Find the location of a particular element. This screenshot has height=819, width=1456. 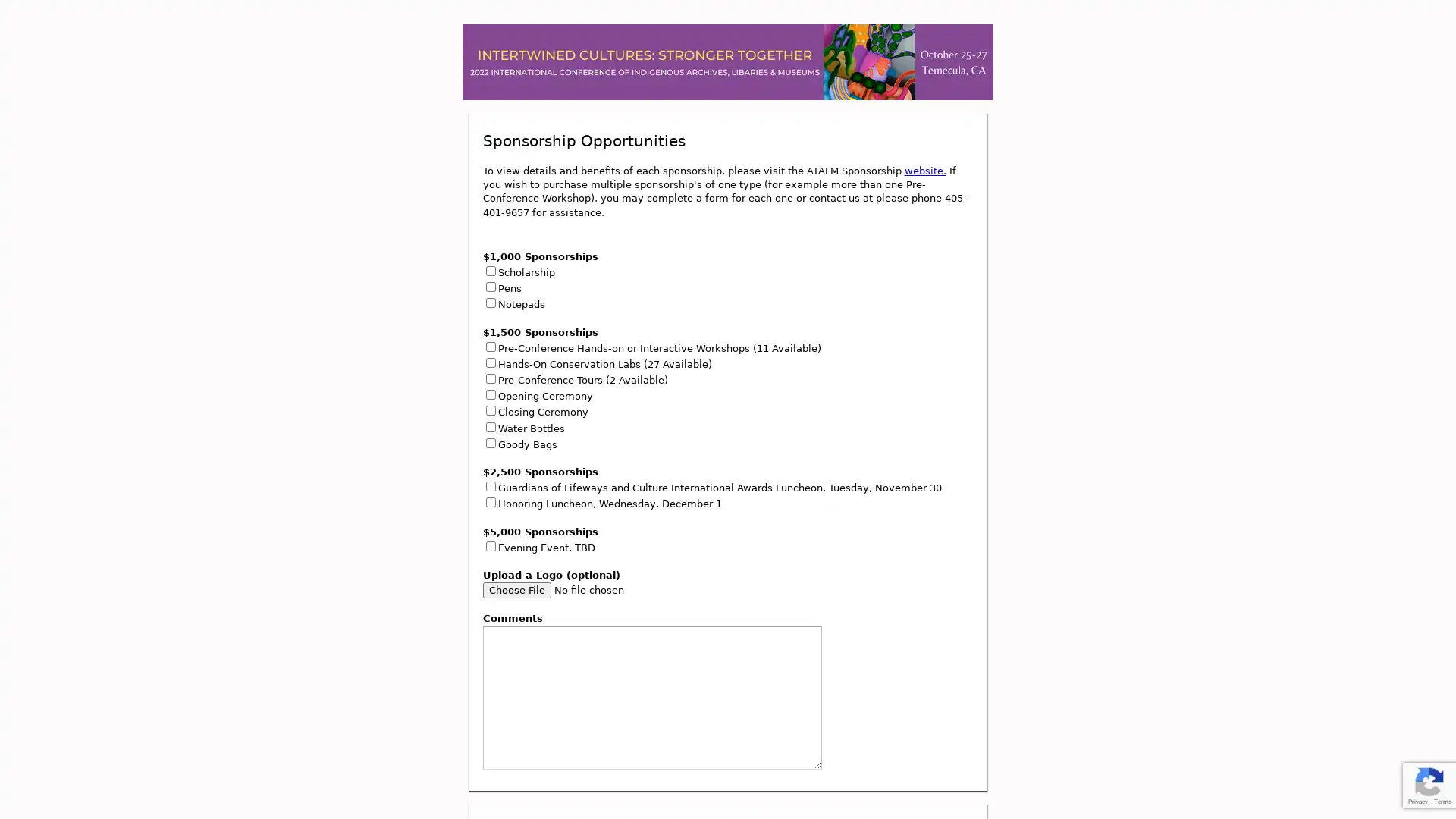

Upload a Logo (optional) is located at coordinates (585, 589).